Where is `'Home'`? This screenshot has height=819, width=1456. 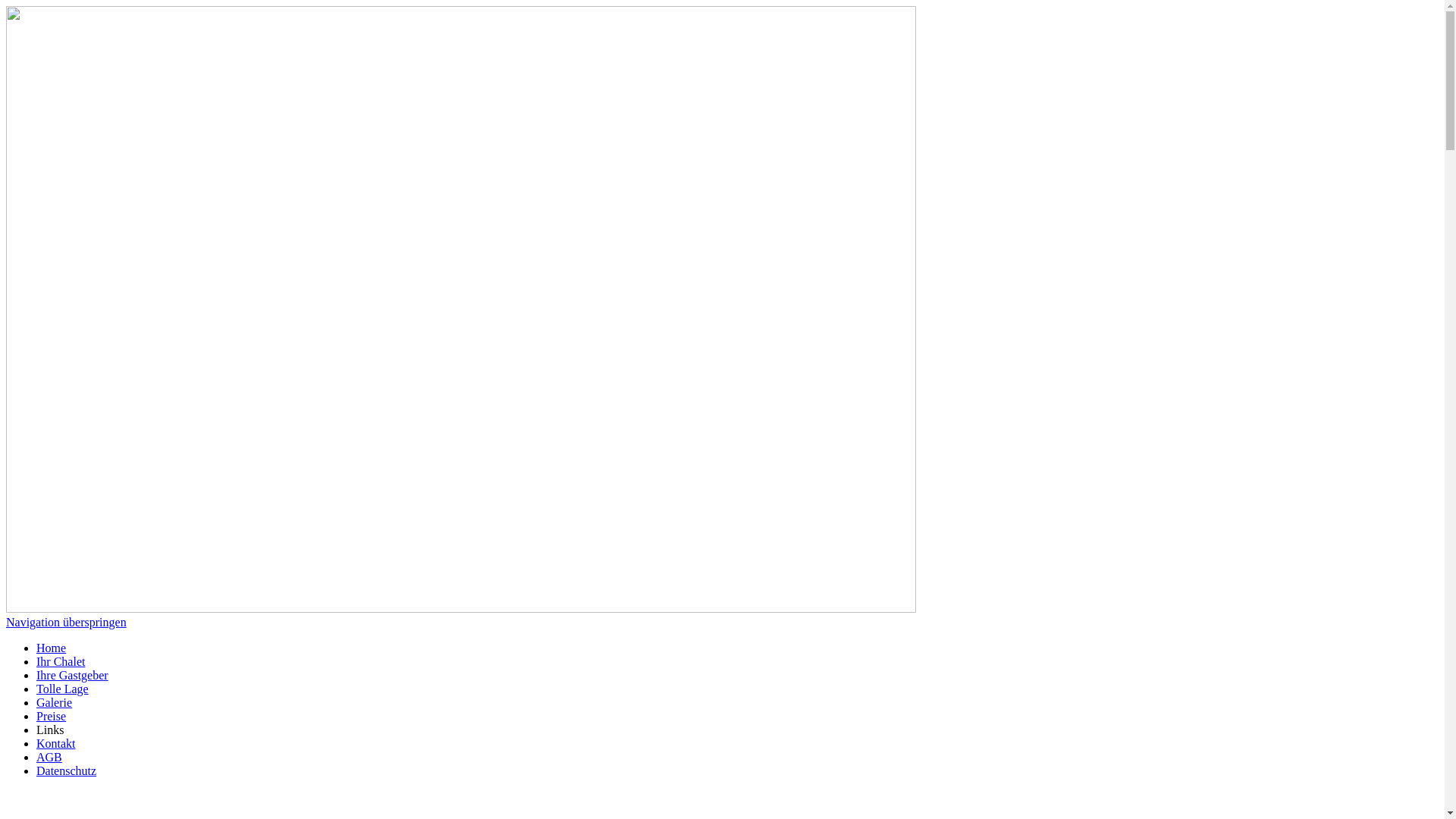
'Home' is located at coordinates (51, 648).